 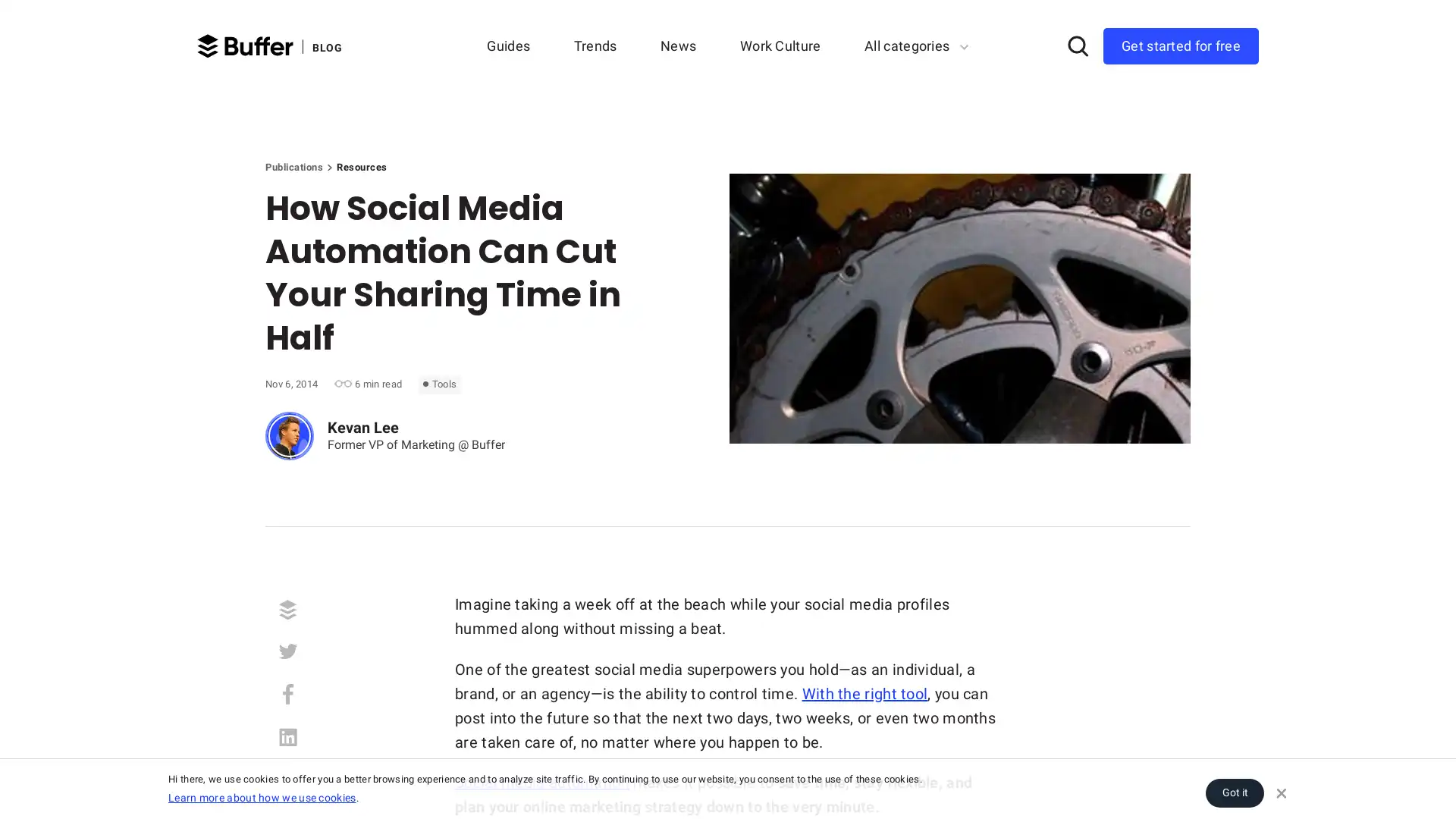 I want to click on Get started for free, so click(x=1180, y=45).